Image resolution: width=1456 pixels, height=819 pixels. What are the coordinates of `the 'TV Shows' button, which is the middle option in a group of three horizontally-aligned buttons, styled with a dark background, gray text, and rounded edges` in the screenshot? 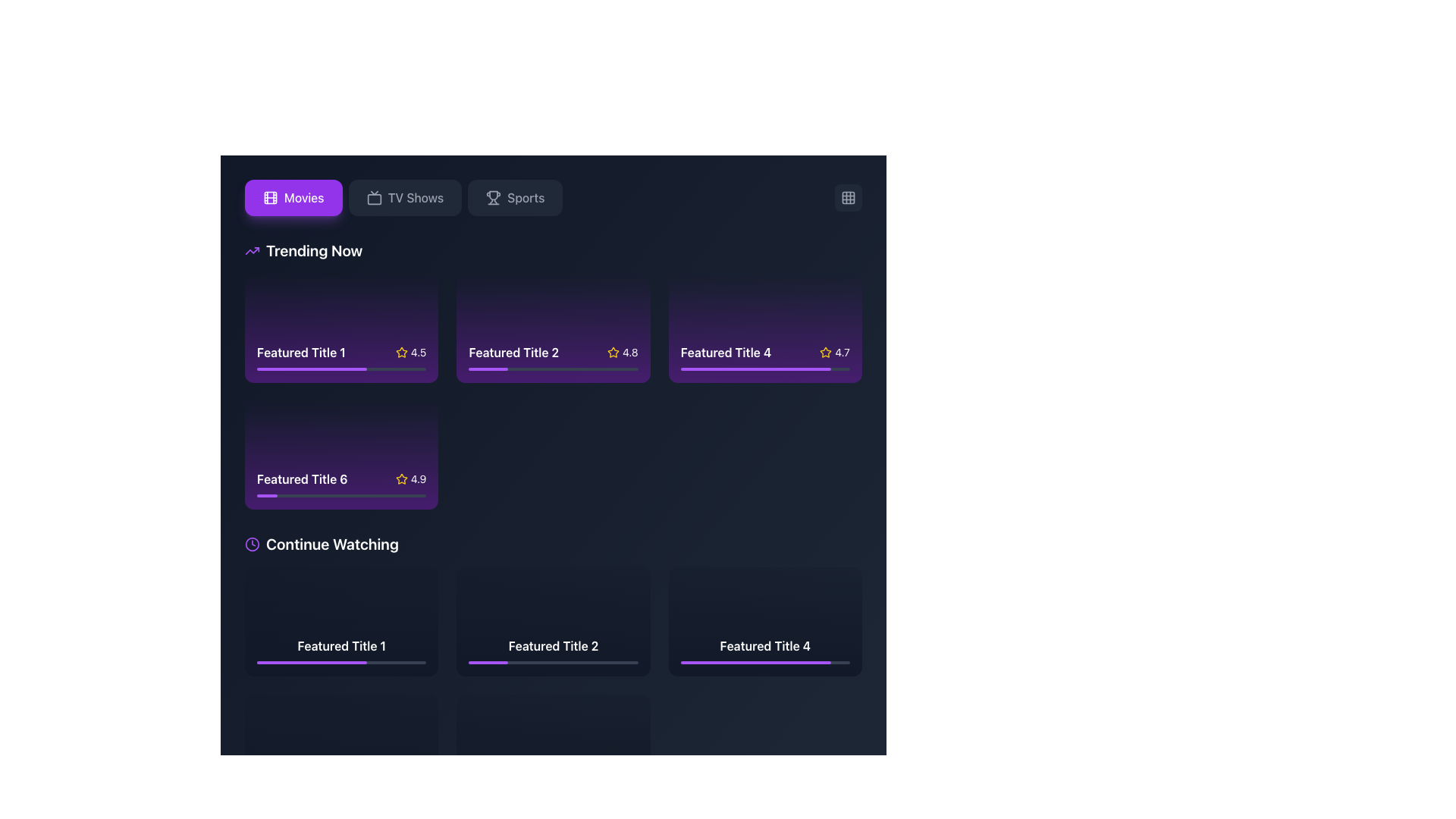 It's located at (405, 197).